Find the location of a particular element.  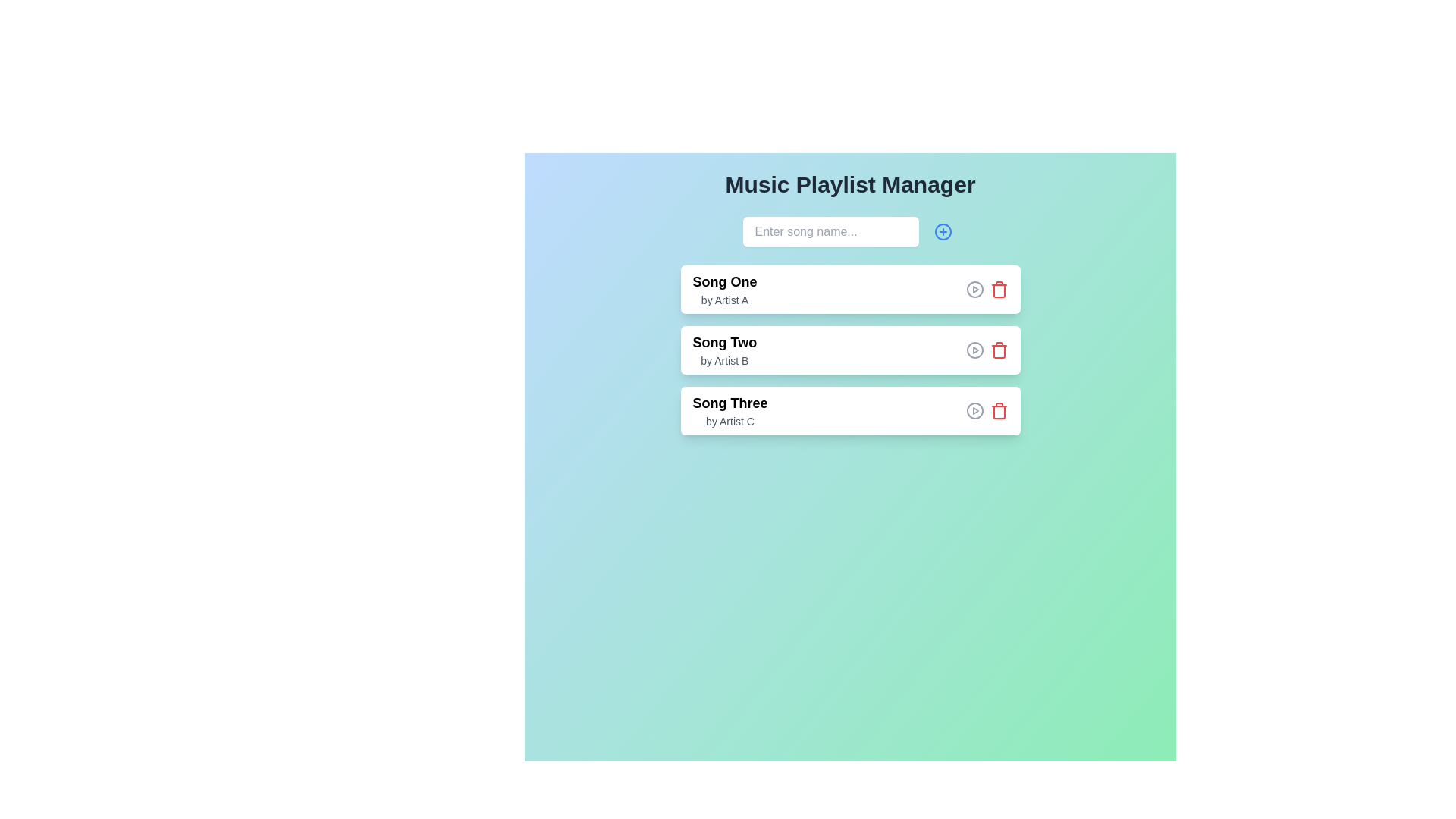

the button in the top right corner of the first song entry in the playlist to provide visual feedback is located at coordinates (999, 289).